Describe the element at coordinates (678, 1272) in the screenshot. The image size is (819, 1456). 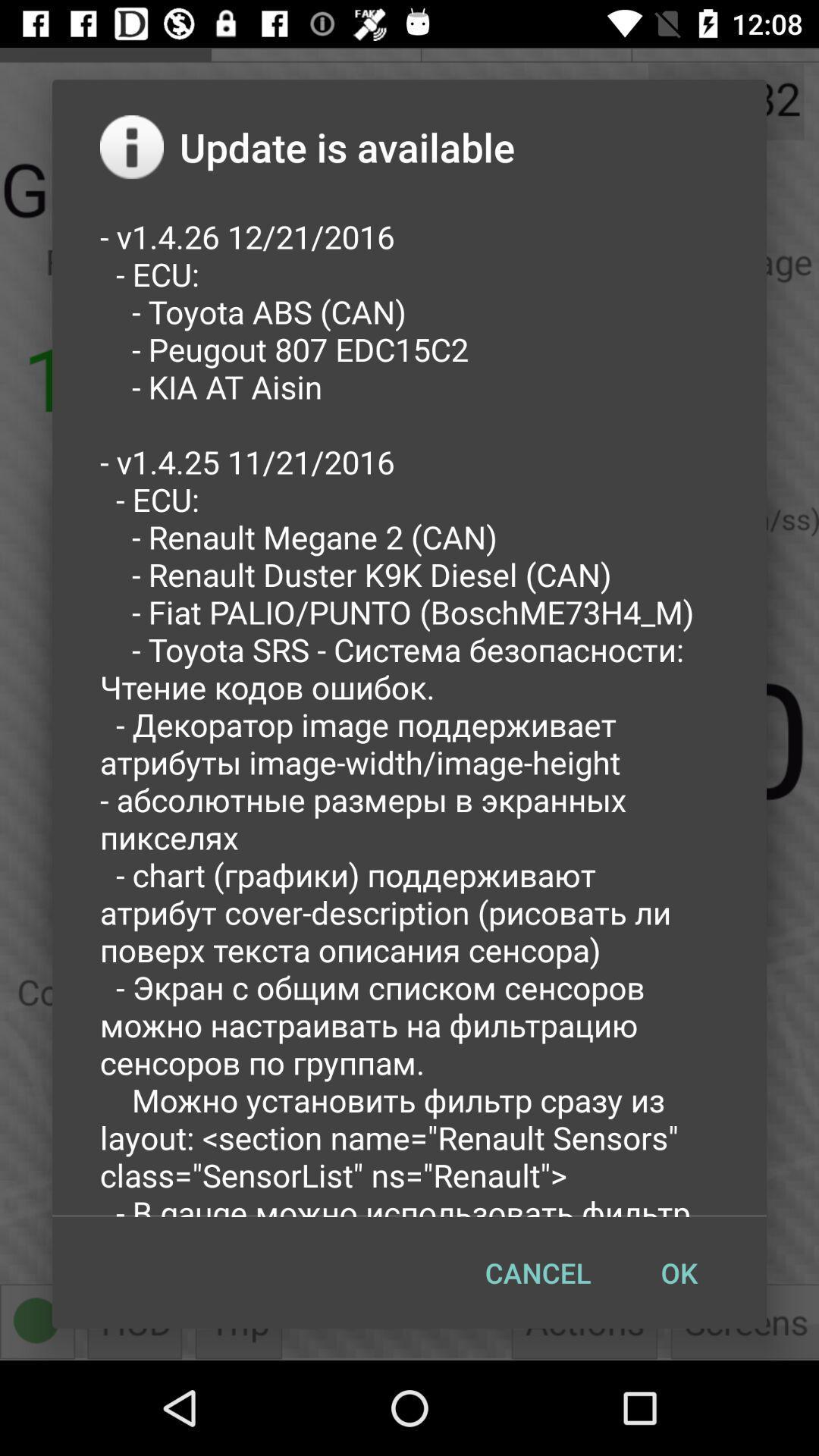
I see `ok button` at that location.